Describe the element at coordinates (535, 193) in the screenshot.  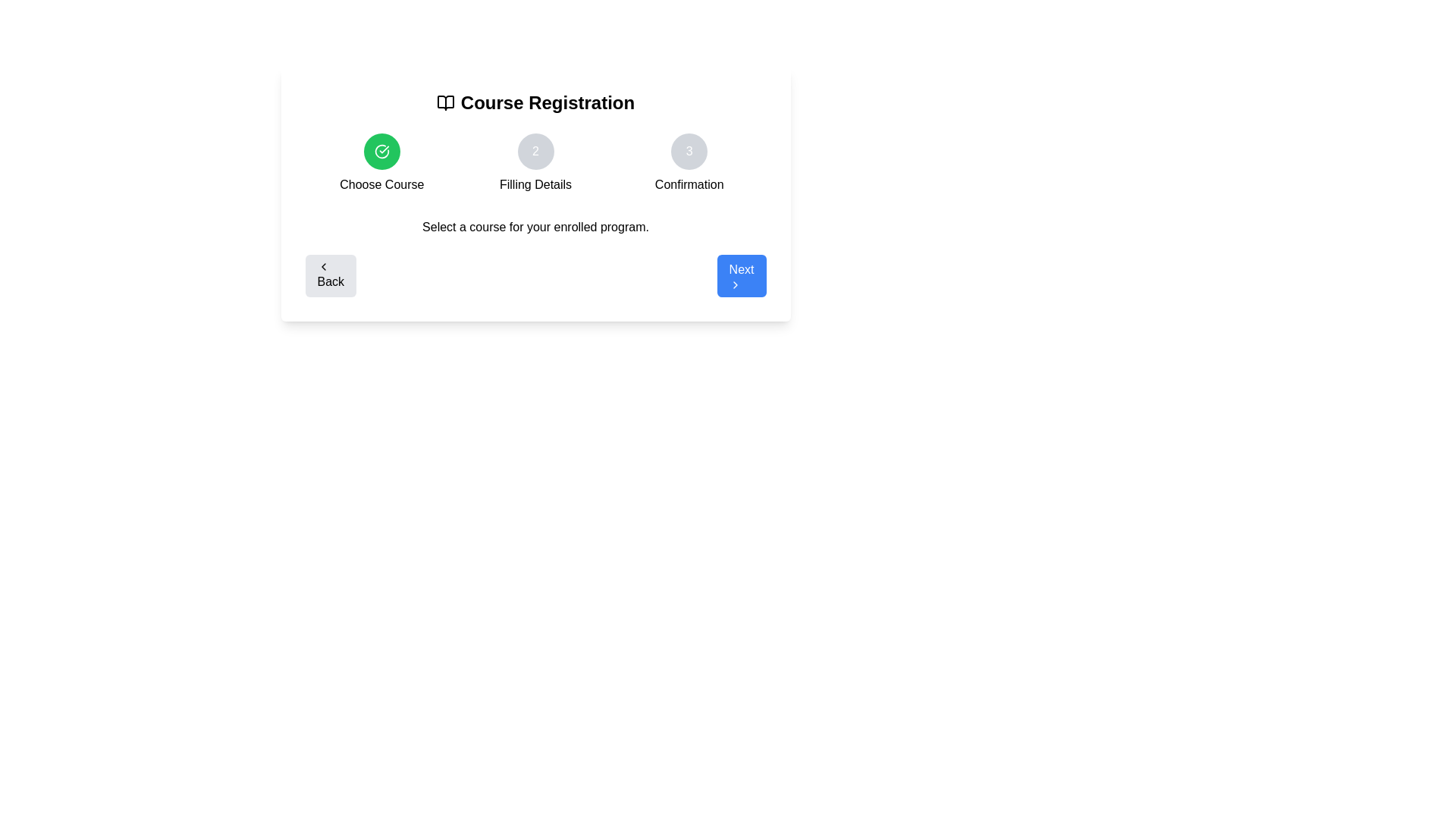
I see `the step progression by clicking on the Interactive wizard panel that guides users through the registration process` at that location.